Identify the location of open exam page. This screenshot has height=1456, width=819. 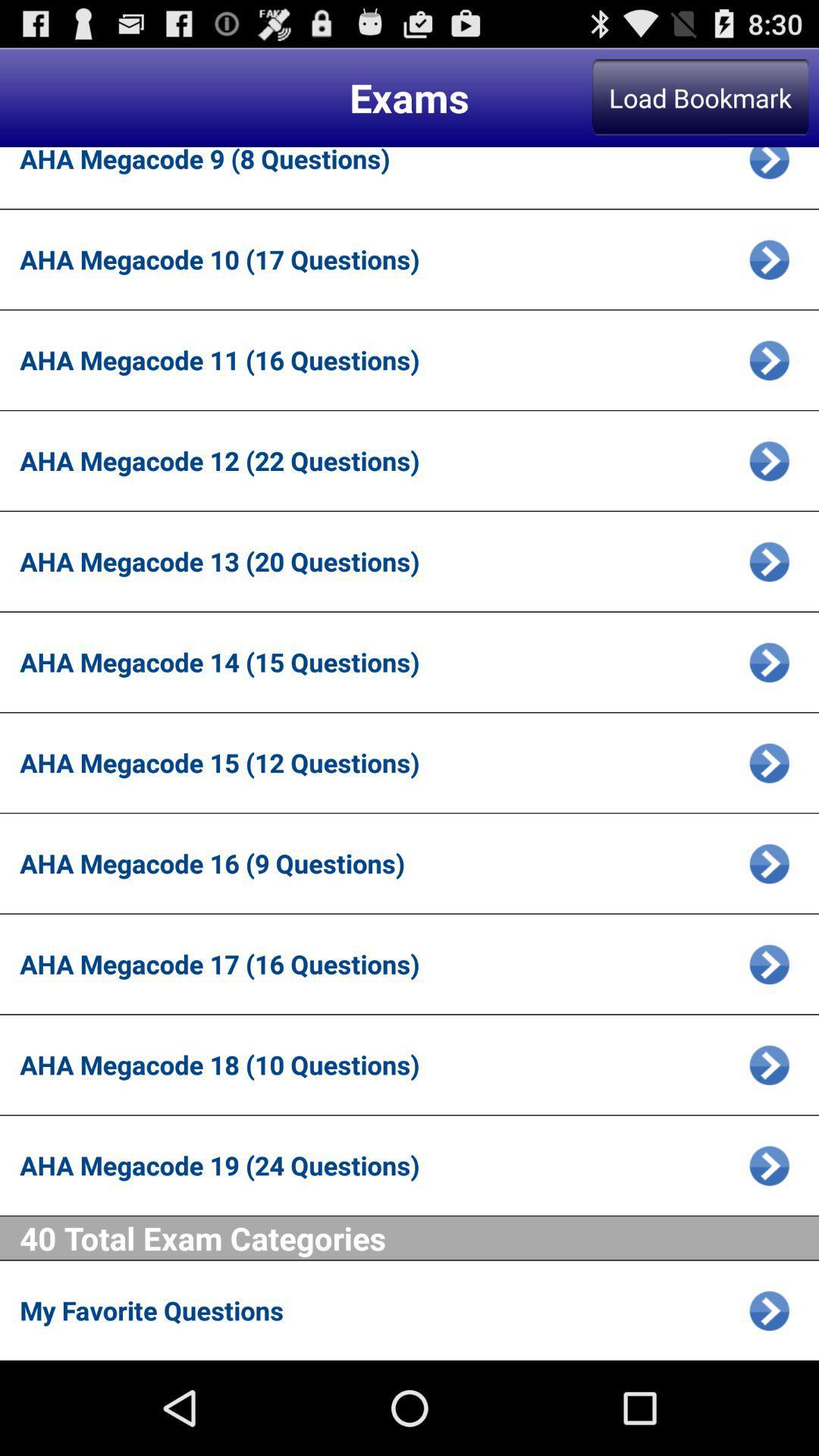
(769, 259).